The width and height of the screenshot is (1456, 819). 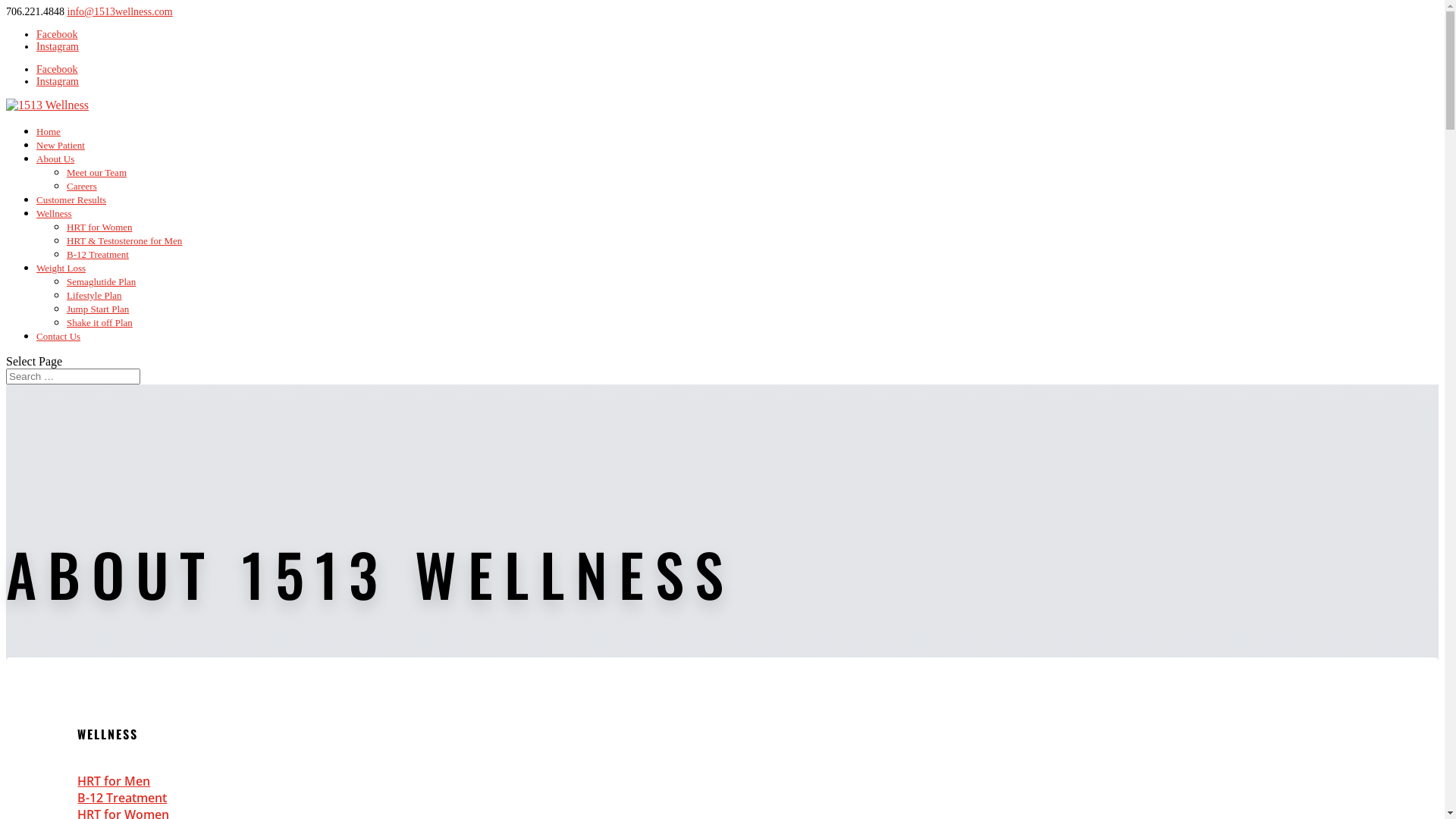 What do you see at coordinates (36, 69) in the screenshot?
I see `'Facebook'` at bounding box center [36, 69].